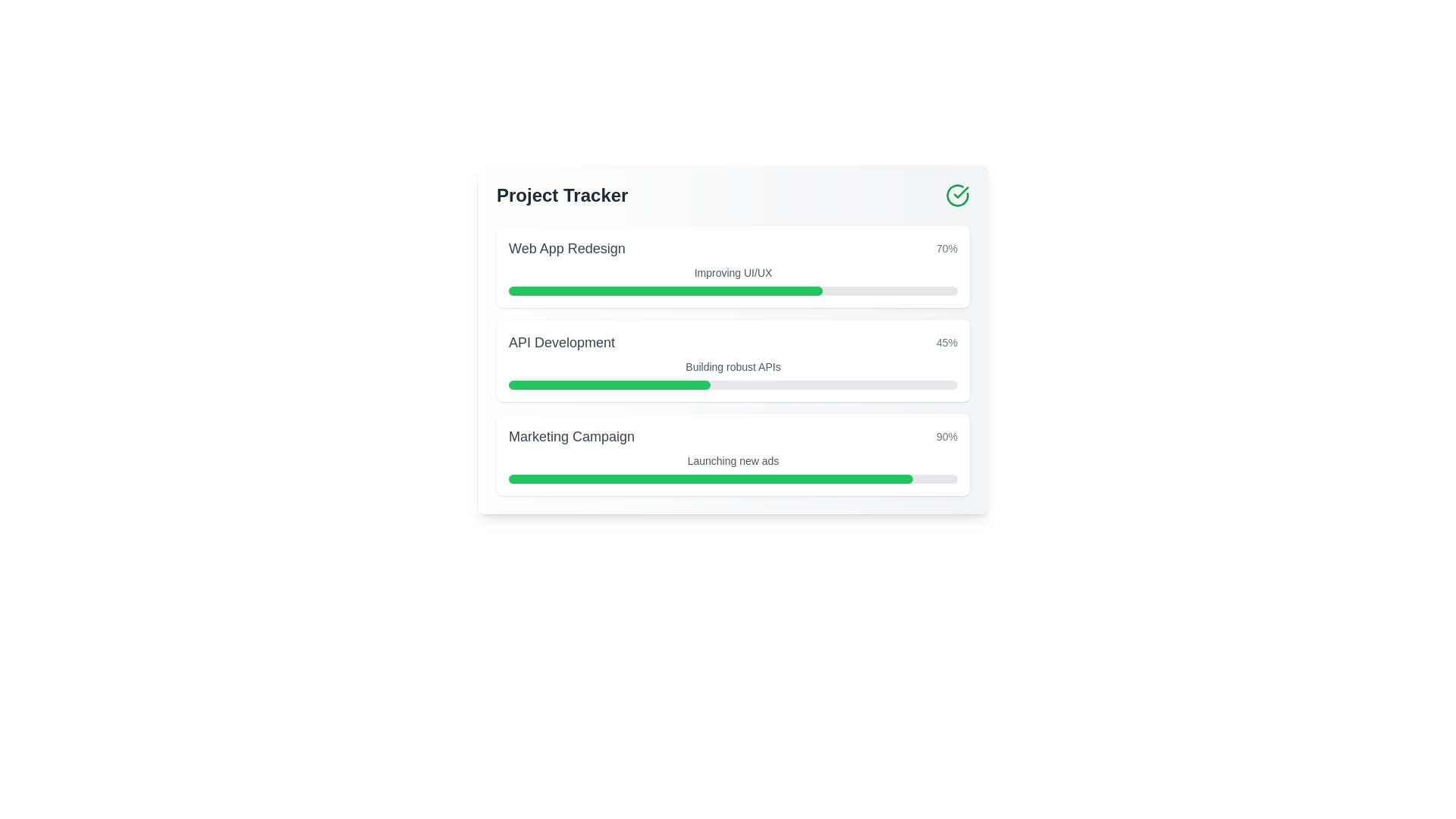 The image size is (1456, 819). What do you see at coordinates (561, 342) in the screenshot?
I see `the static text label displaying 'API Development' in bold gray font, located in the second row of the 'Project Tracker' list` at bounding box center [561, 342].